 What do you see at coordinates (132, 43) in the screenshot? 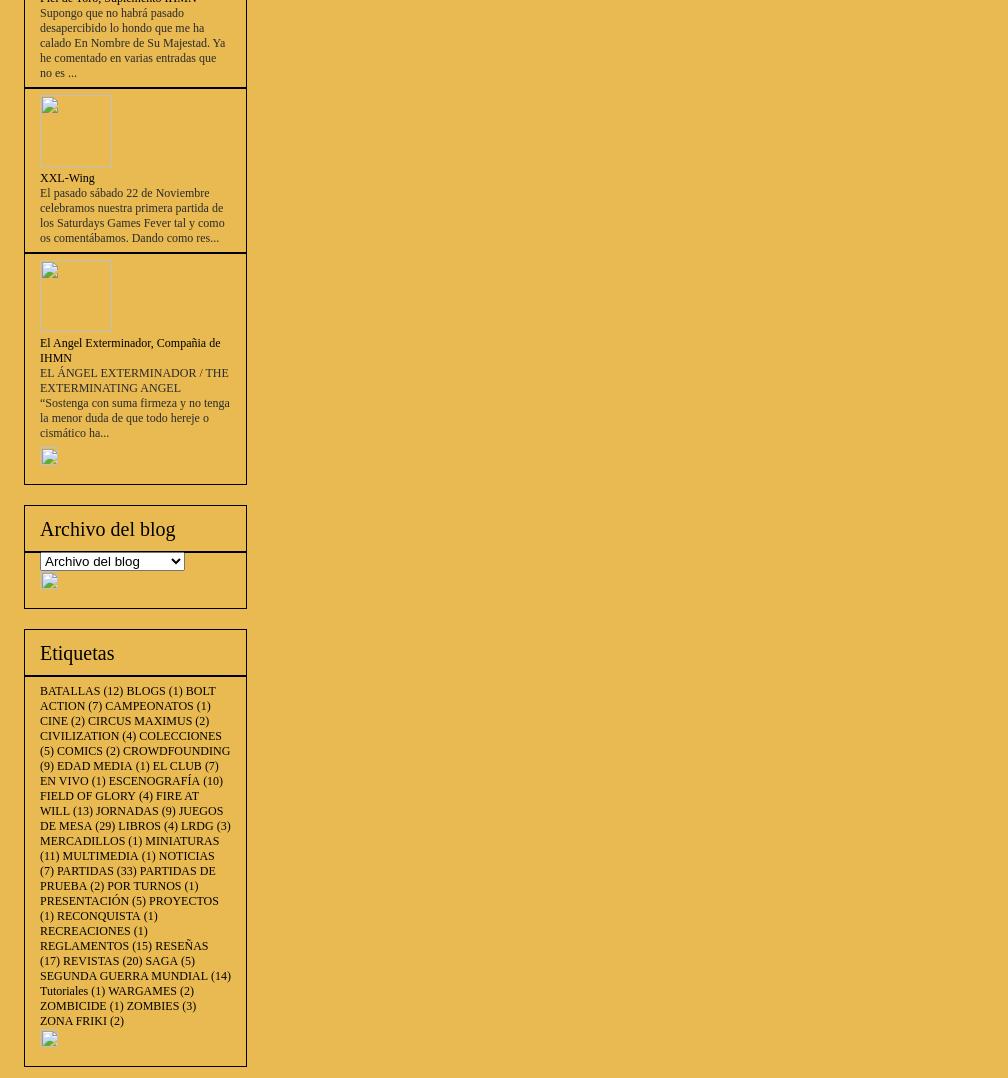
I see `'Supongo que no habrá pasado desapercibido lo hondo que me ha calado En Nombre de Su Majestad. Ya he comentado en varias entradas que no es ...'` at bounding box center [132, 43].